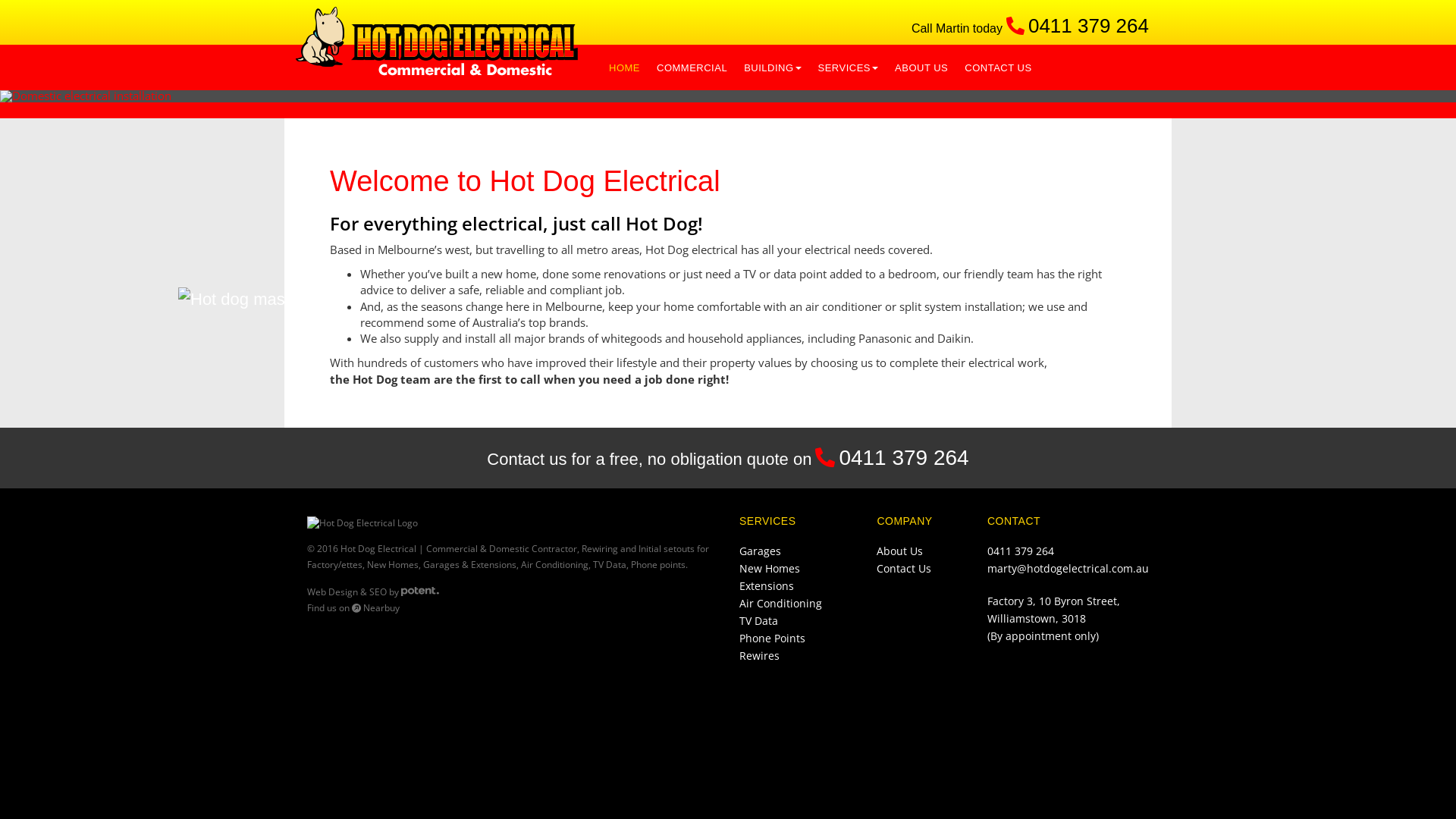 This screenshot has width=1456, height=819. I want to click on 'TV Data', so click(739, 620).